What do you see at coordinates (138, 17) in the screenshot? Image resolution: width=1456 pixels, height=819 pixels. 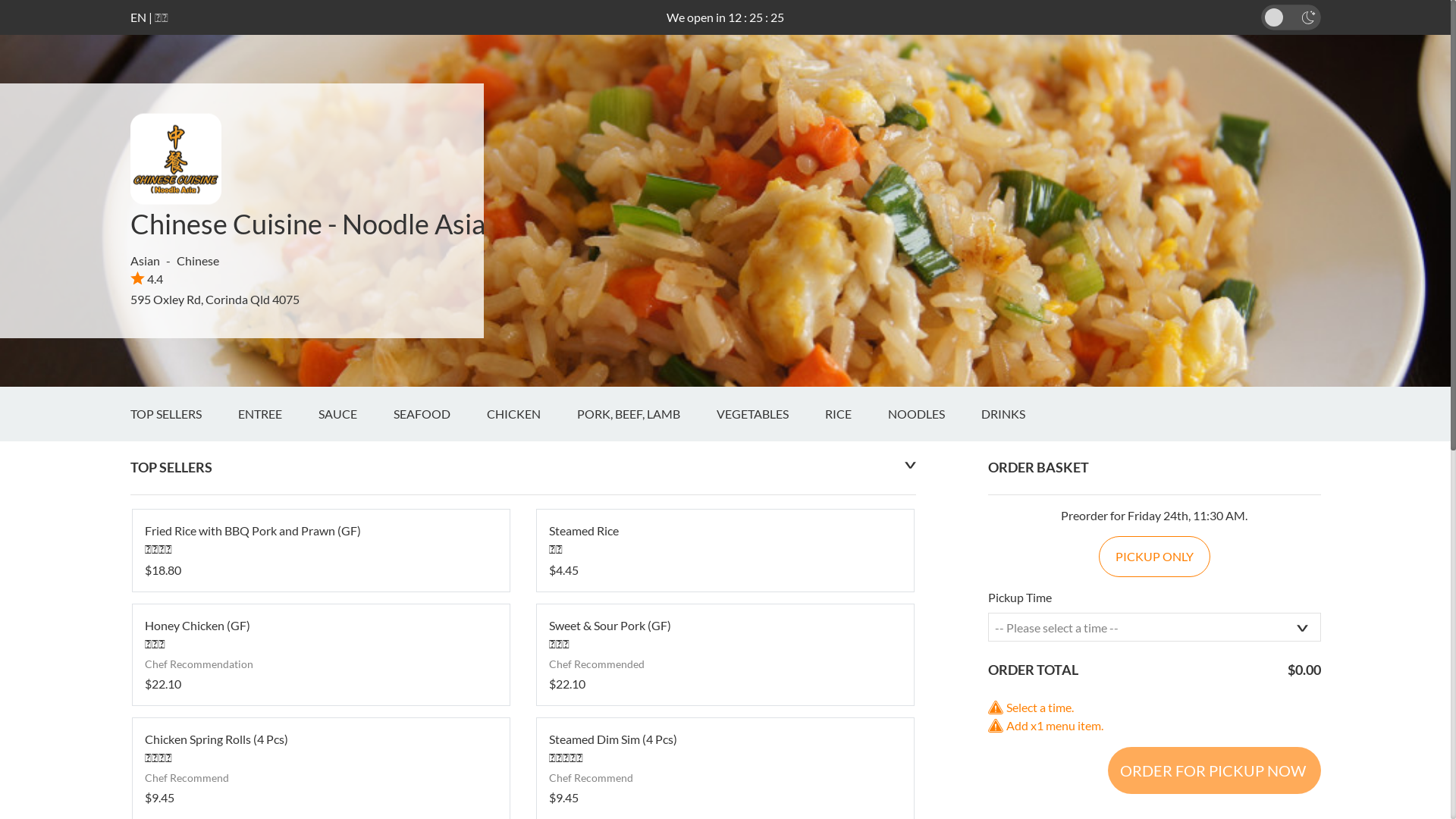 I see `'EN'` at bounding box center [138, 17].